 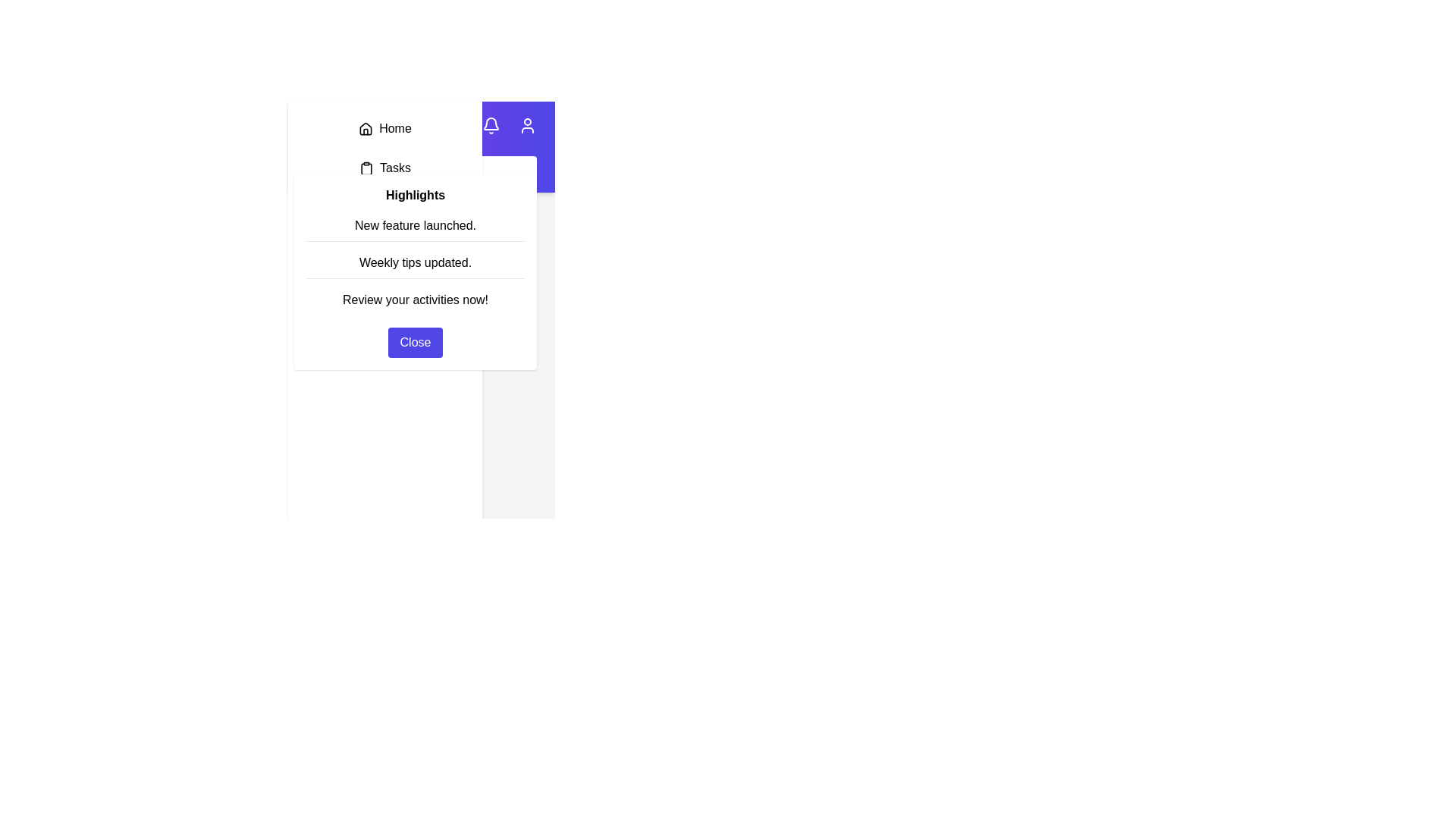 I want to click on the Text Label that serves as a title or heading, indicating the current section or feature of the application related to the user's activities, so click(x=381, y=124).